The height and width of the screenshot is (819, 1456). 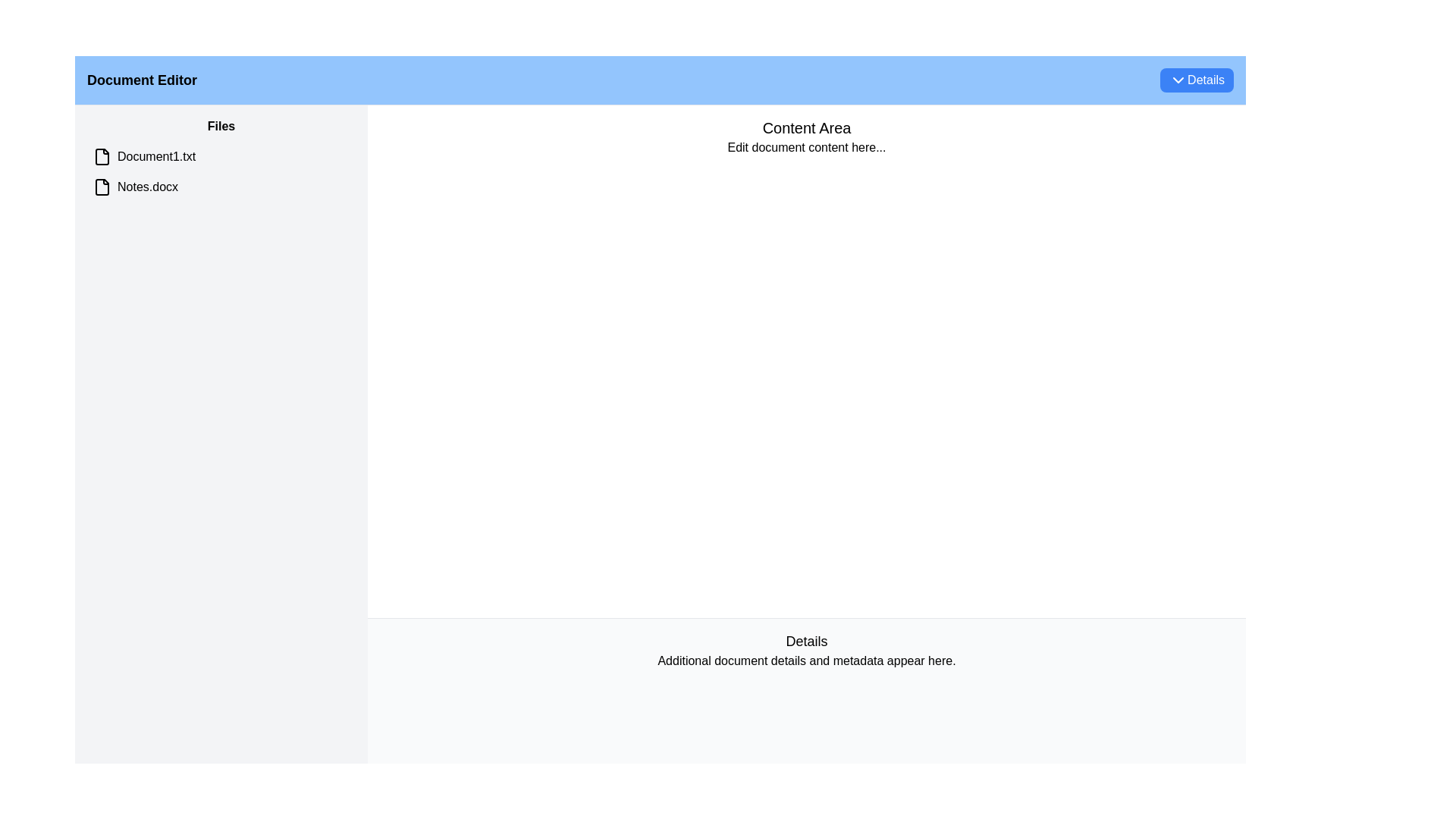 I want to click on guidance text displayed as 'Edit document content here...' located below the 'Content Area' heading in the content area section of the application interface, so click(x=806, y=148).